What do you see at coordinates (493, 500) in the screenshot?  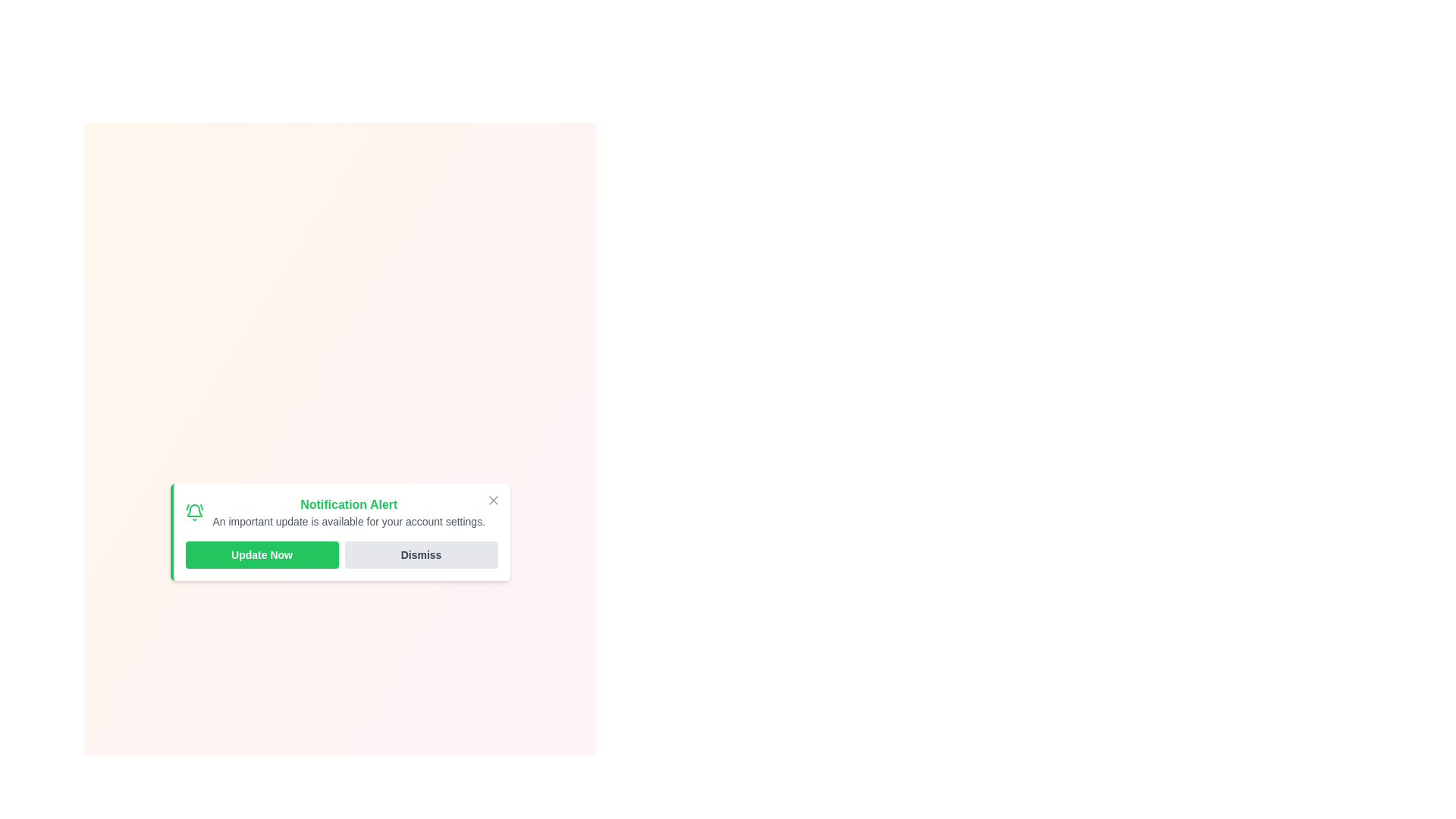 I see `close button to dismiss the alert` at bounding box center [493, 500].